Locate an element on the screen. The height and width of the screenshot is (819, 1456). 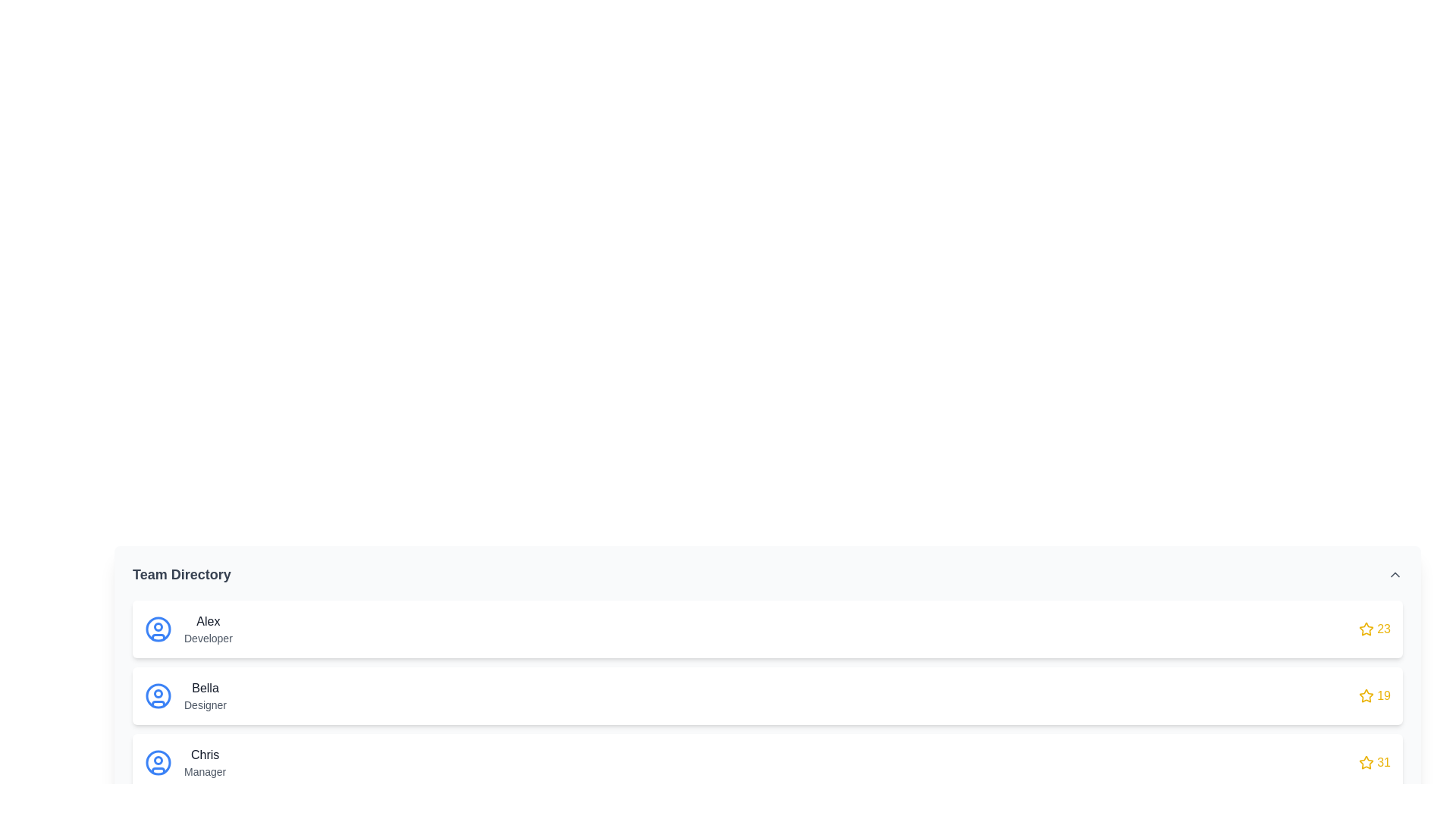
the rating element associated with the user 'Chris' located at the far-right side of the third row in the team directory list is located at coordinates (1375, 763).